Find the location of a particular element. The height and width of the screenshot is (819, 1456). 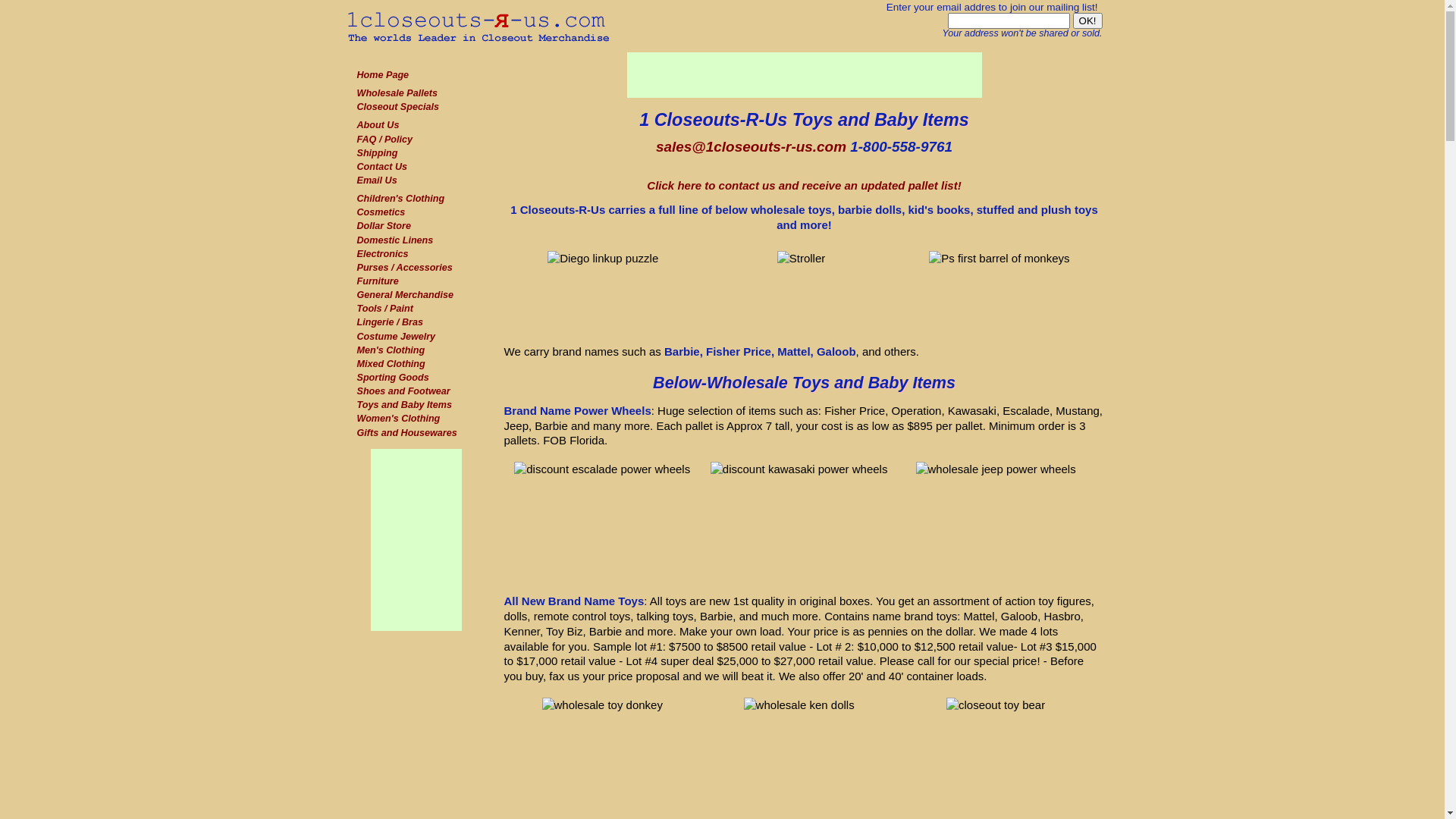

'Email Us' is located at coordinates (376, 180).